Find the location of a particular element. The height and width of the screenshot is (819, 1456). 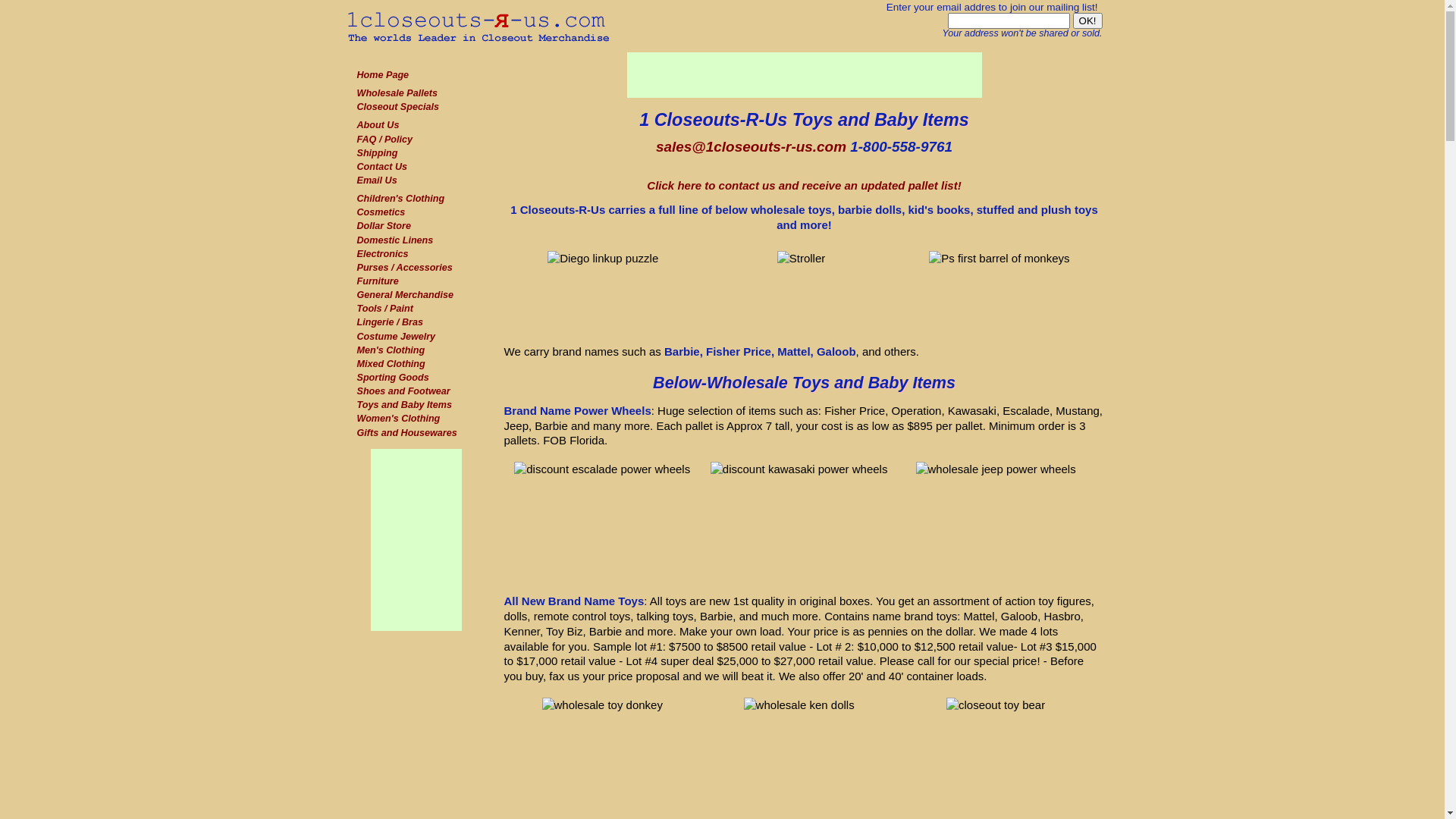

'Email Us' is located at coordinates (376, 180).